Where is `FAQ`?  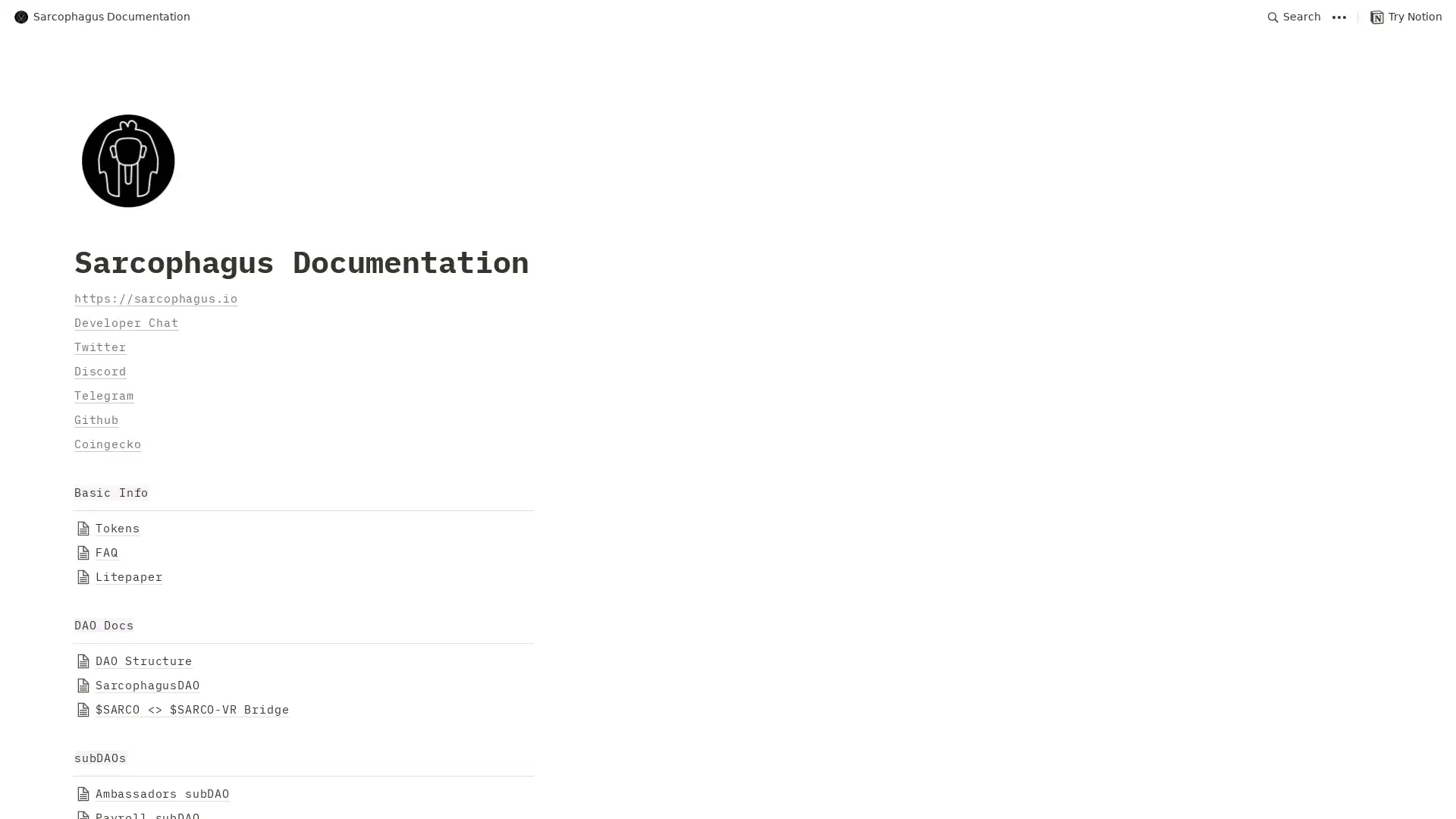 FAQ is located at coordinates (728, 553).